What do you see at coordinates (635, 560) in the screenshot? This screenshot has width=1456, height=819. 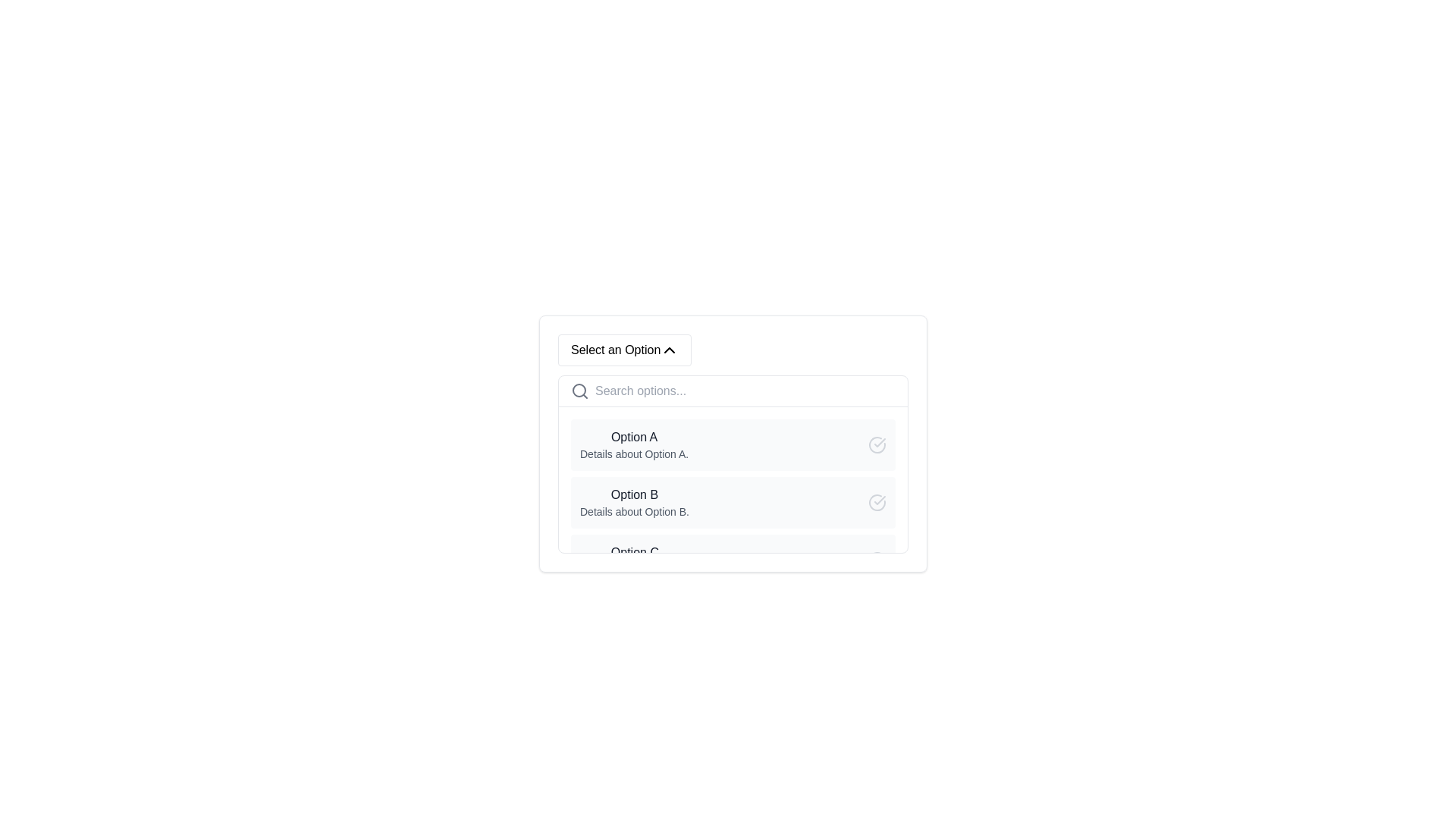 I see `the selectable option labeled 'Option C' within the dropdown menu titled 'Select an Option'` at bounding box center [635, 560].